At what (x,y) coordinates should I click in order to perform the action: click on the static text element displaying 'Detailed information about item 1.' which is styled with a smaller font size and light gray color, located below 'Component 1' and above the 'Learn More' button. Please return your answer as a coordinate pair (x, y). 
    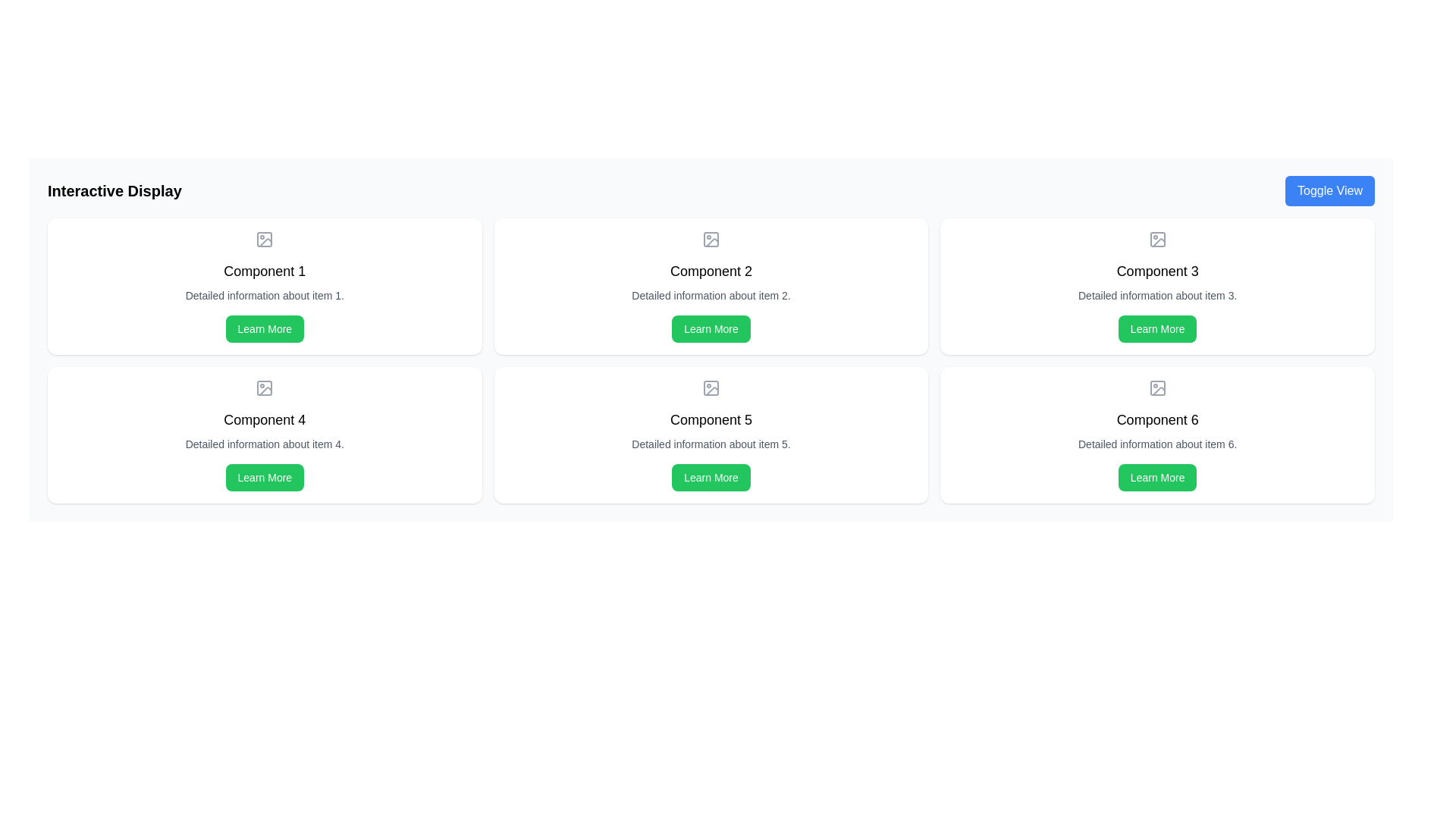
    Looking at the image, I should click on (265, 295).